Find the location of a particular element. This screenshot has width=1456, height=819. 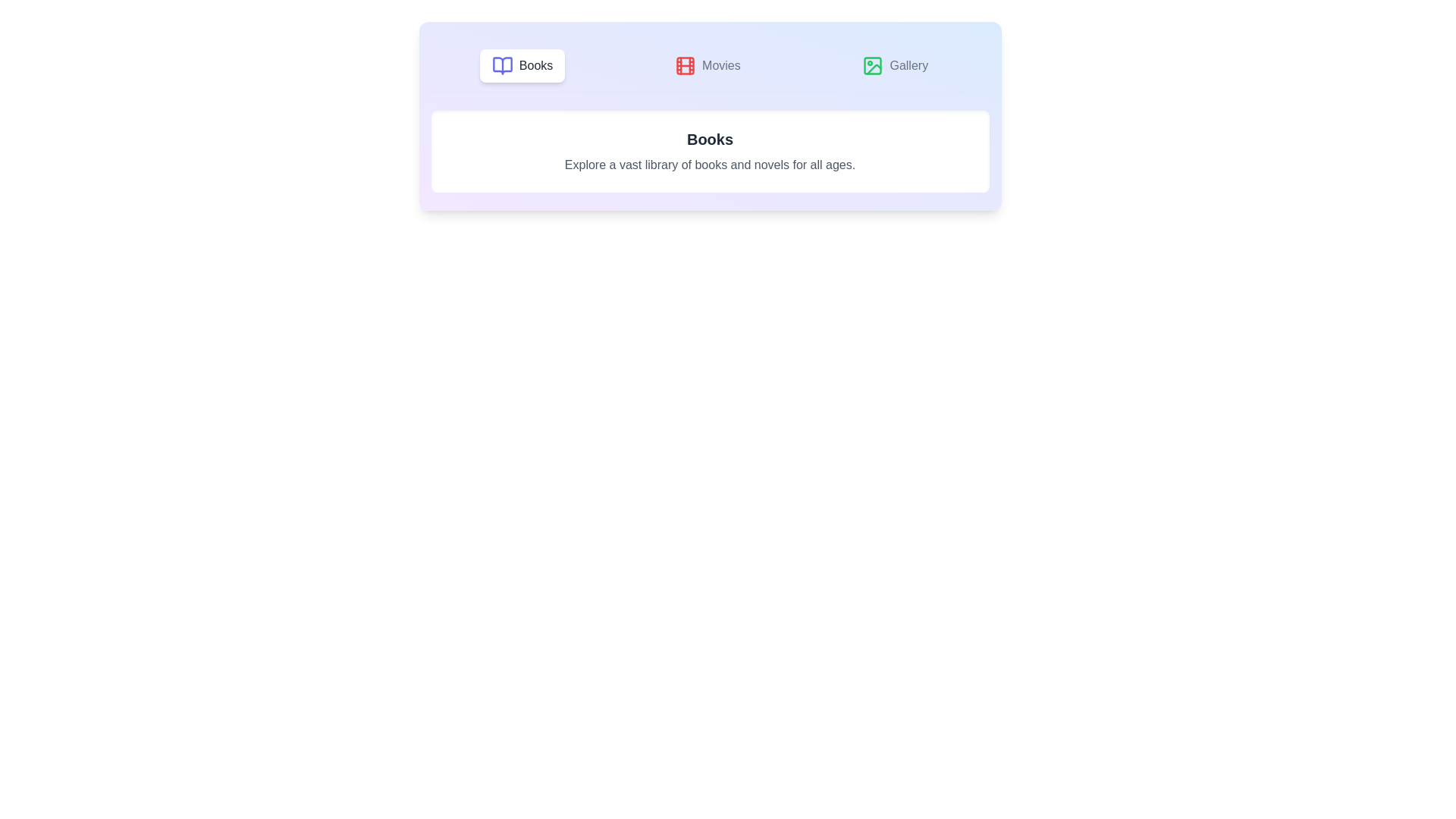

the Books tab to view its content is located at coordinates (522, 65).